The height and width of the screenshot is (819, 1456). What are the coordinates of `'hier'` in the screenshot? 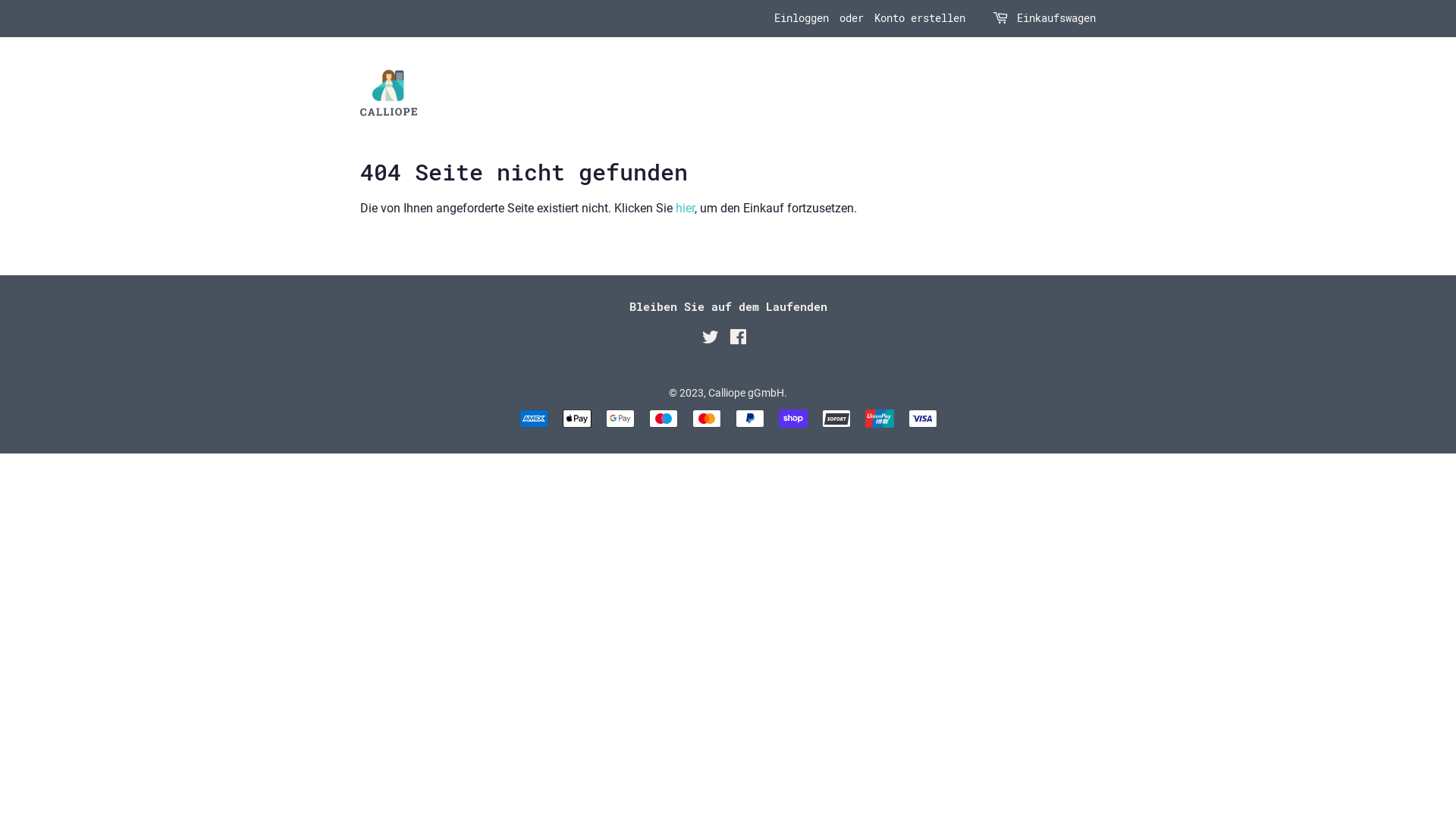 It's located at (675, 208).